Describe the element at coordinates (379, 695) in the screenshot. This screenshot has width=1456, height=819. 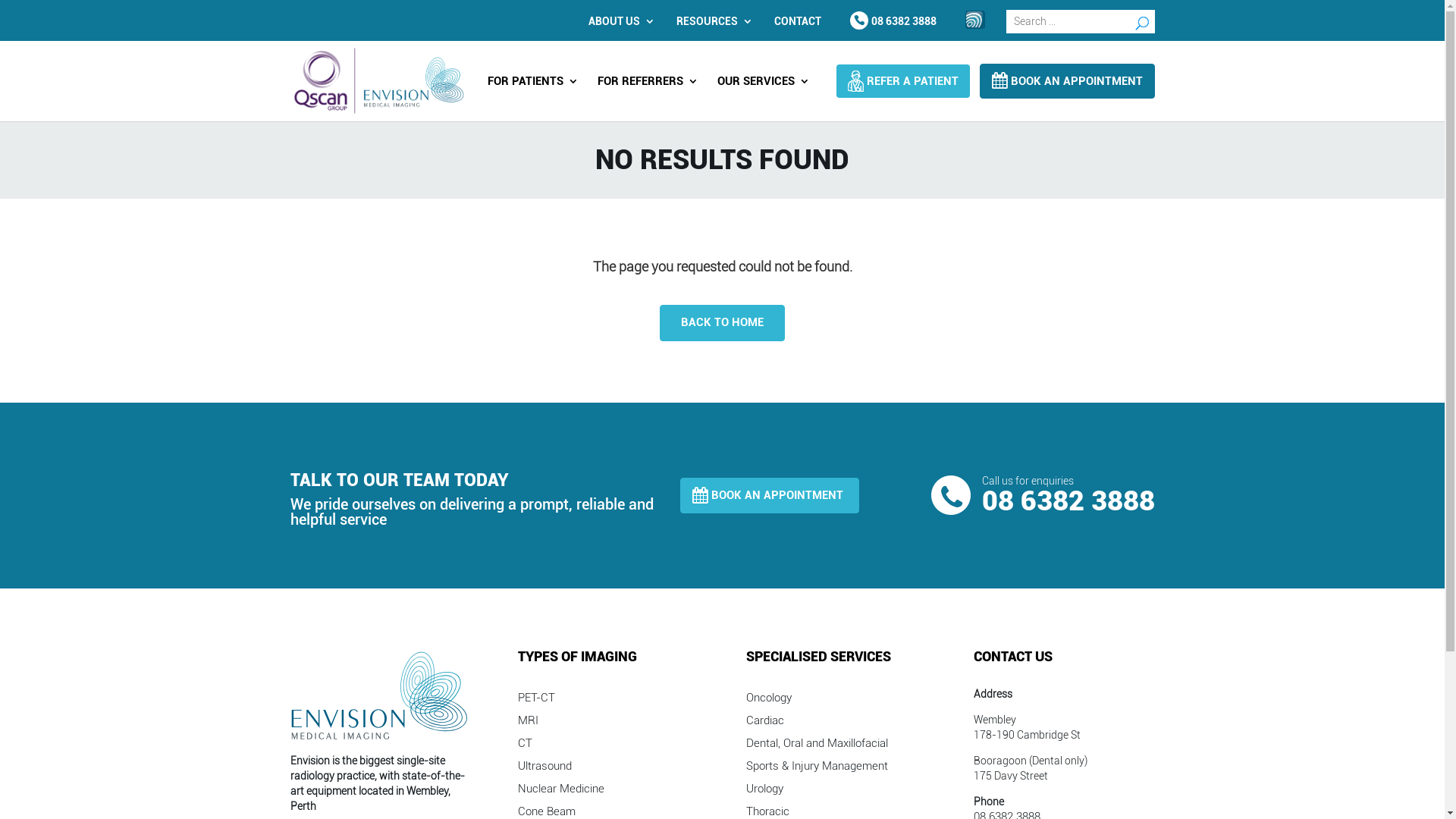
I see `'EMI_LOGO-01'` at that location.